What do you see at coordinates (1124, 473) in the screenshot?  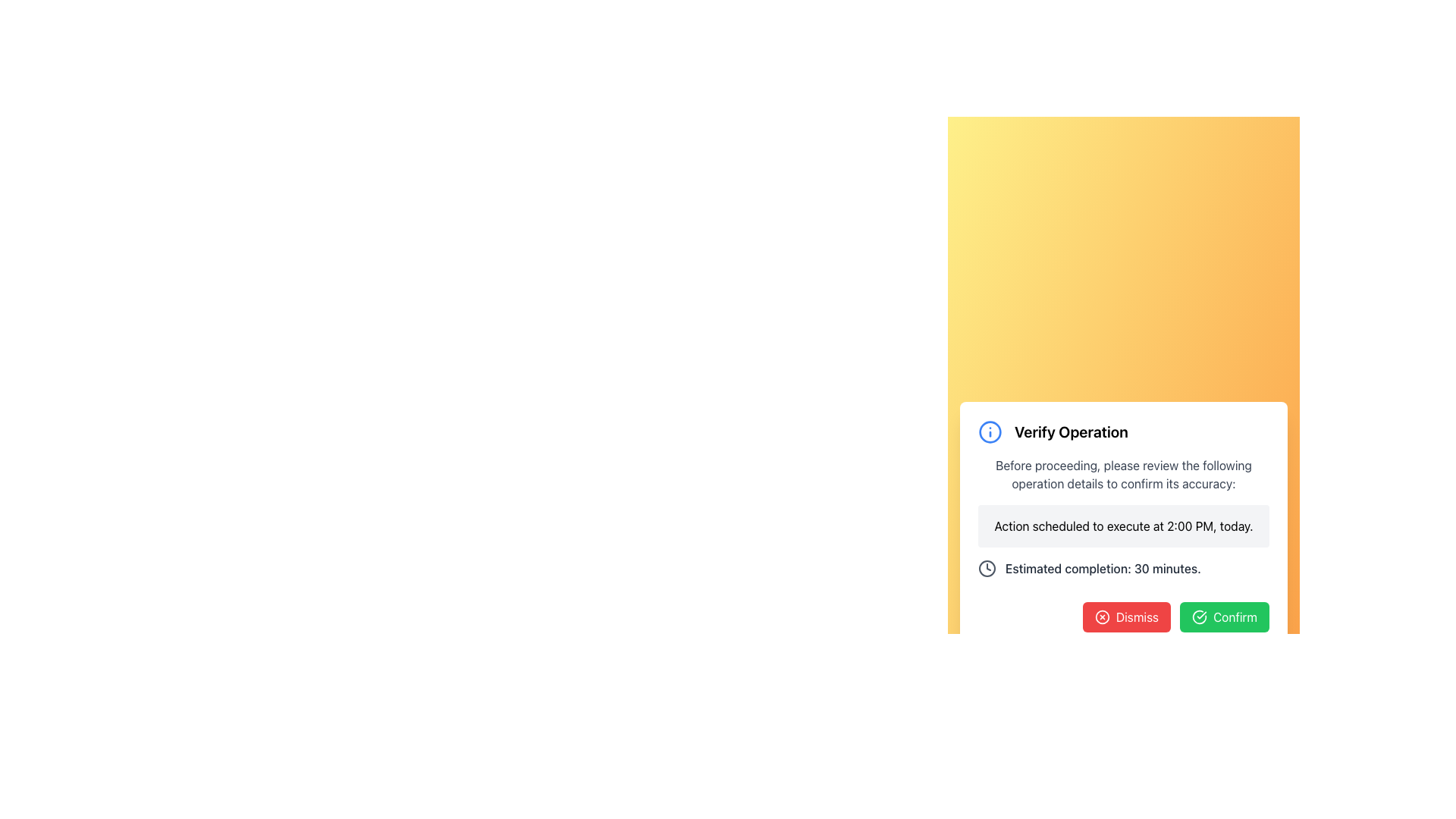 I see `the text block that informs users to review the operation details, located beneath the 'Verify Operation' heading and above the scheduled action description in a rounded white panel` at bounding box center [1124, 473].